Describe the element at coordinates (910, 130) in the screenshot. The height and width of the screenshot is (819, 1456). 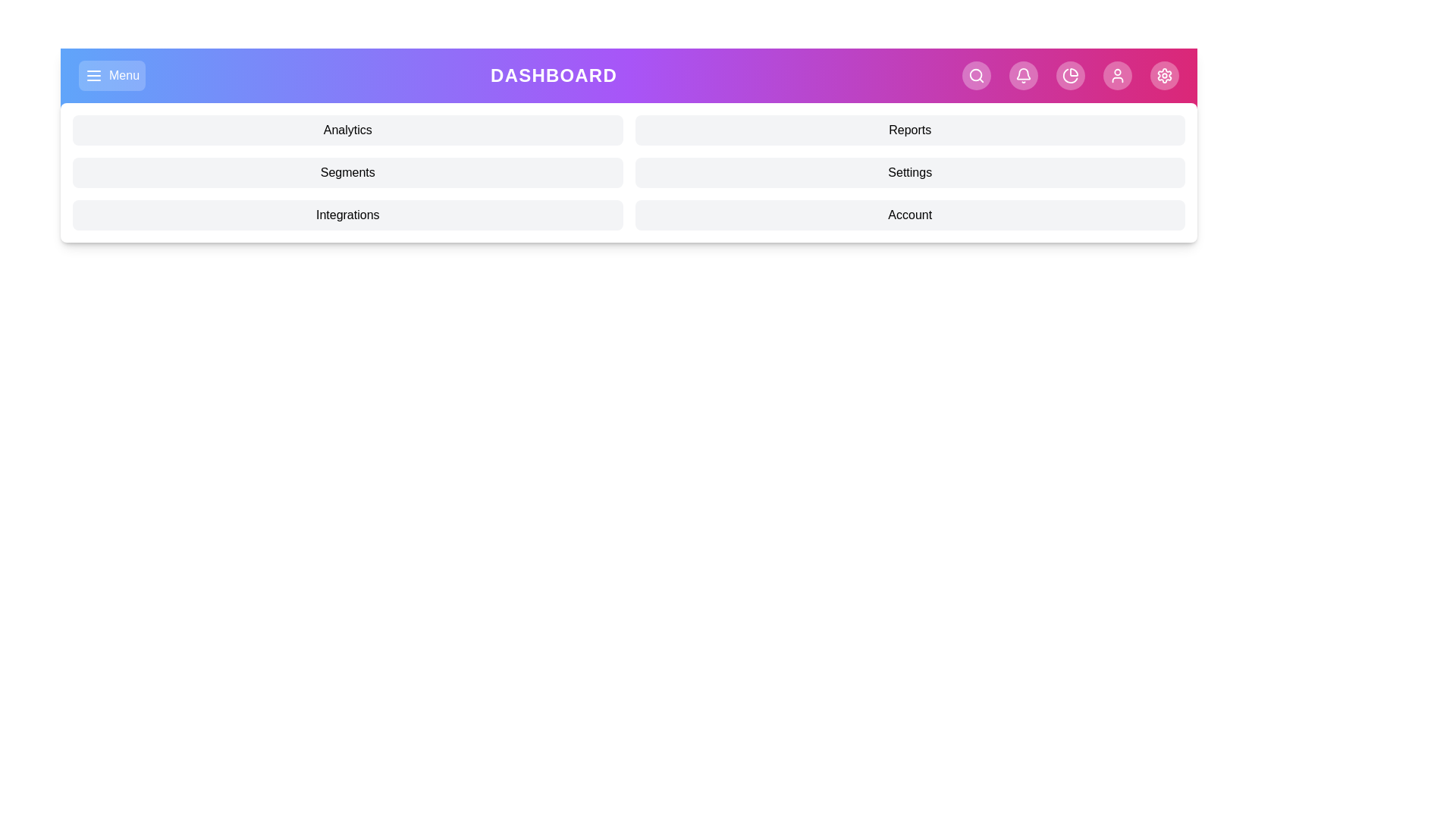
I see `the menu option Reports` at that location.